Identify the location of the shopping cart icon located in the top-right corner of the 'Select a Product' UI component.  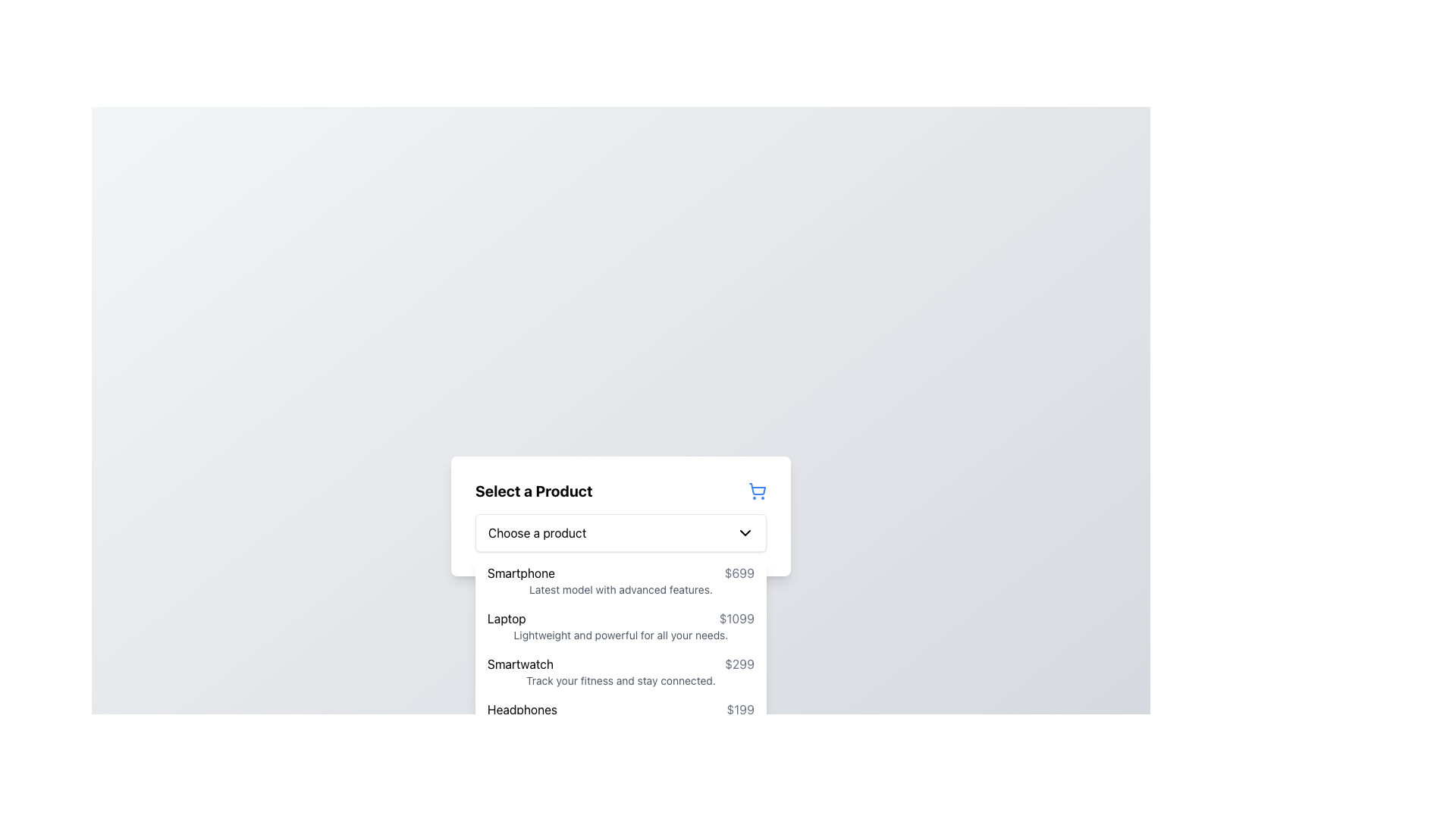
(757, 489).